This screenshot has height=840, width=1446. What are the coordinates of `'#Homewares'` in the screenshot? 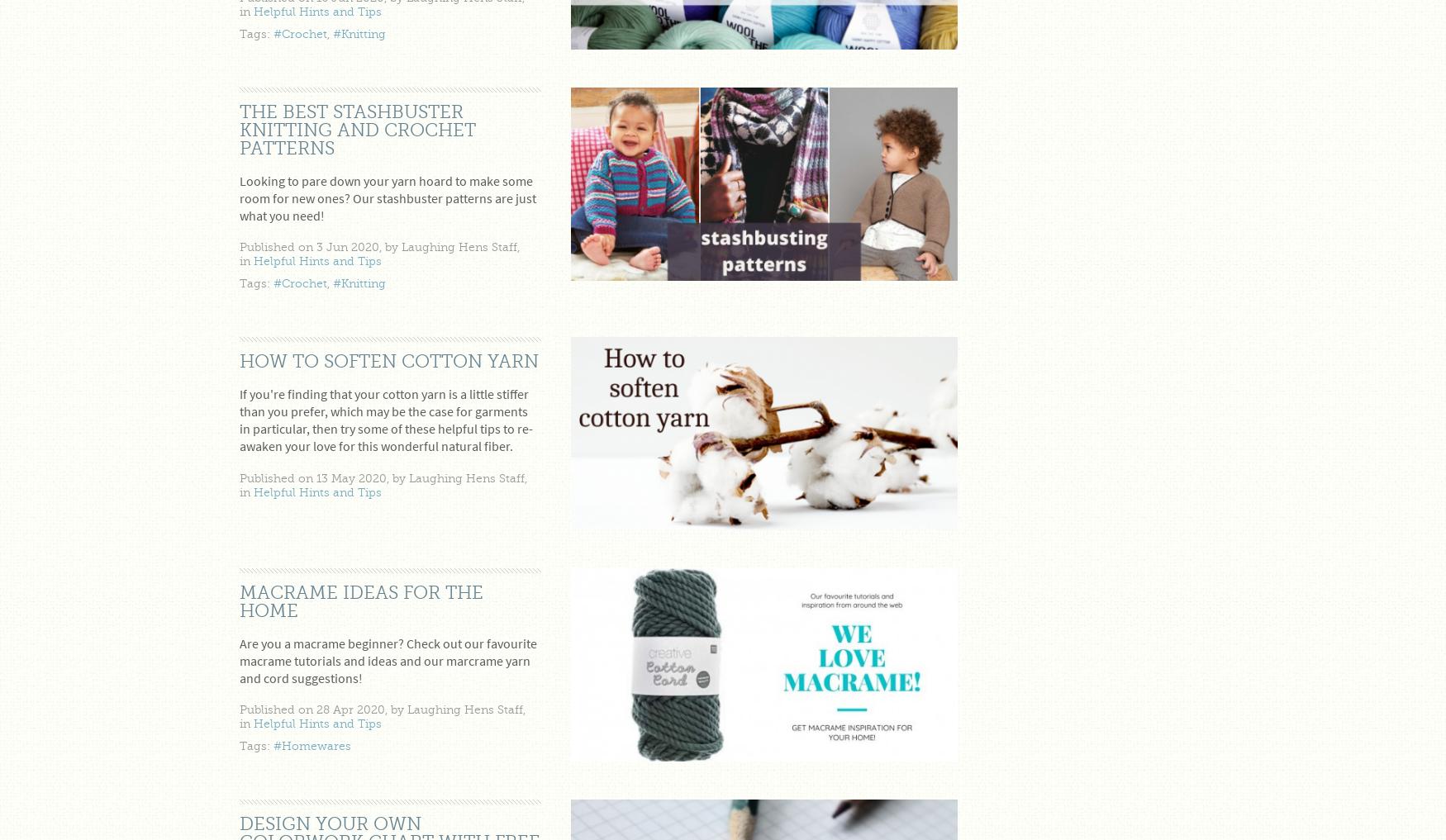 It's located at (273, 746).